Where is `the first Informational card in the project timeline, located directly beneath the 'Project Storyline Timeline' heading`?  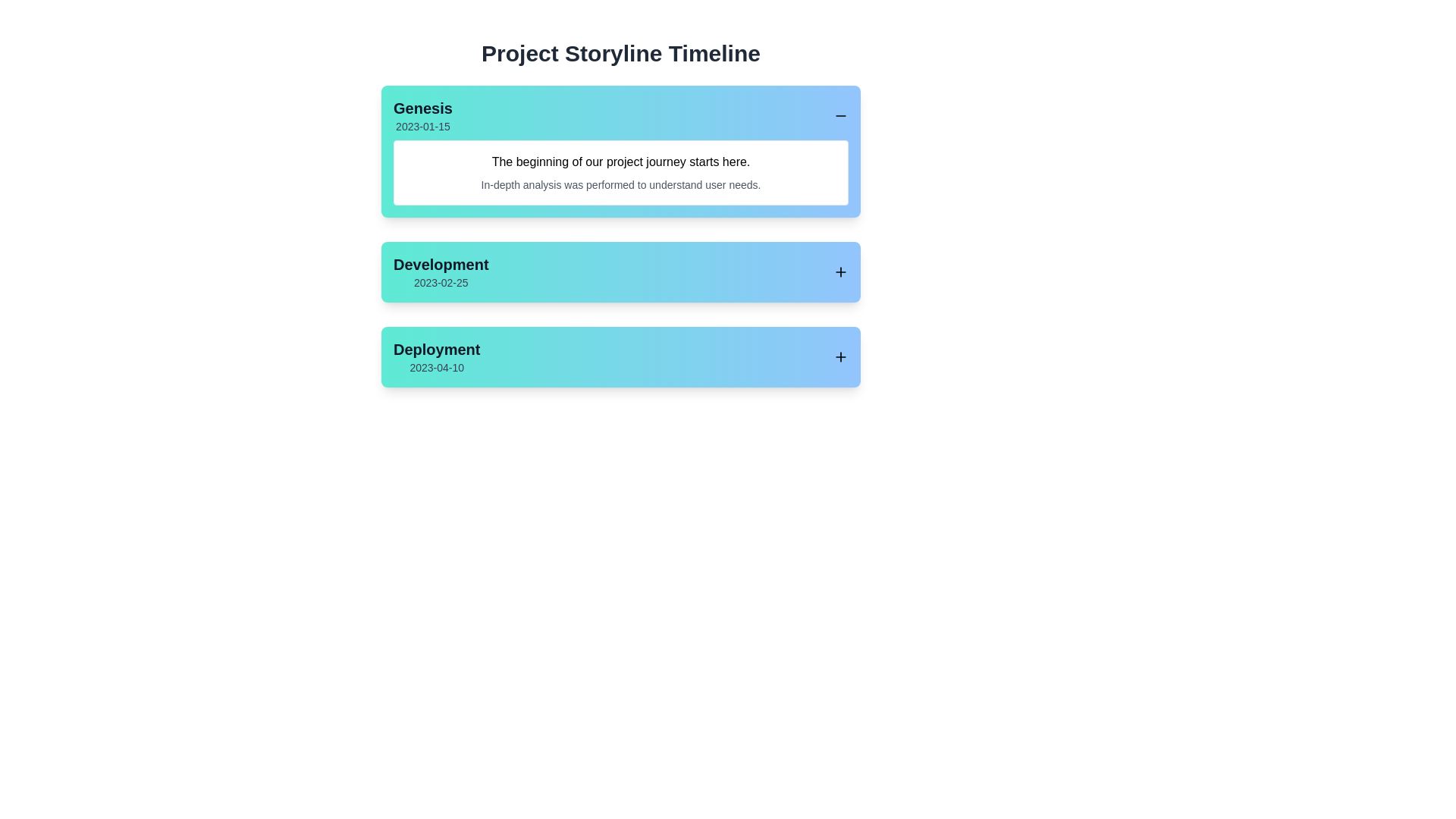
the first Informational card in the project timeline, located directly beneath the 'Project Storyline Timeline' heading is located at coordinates (621, 152).